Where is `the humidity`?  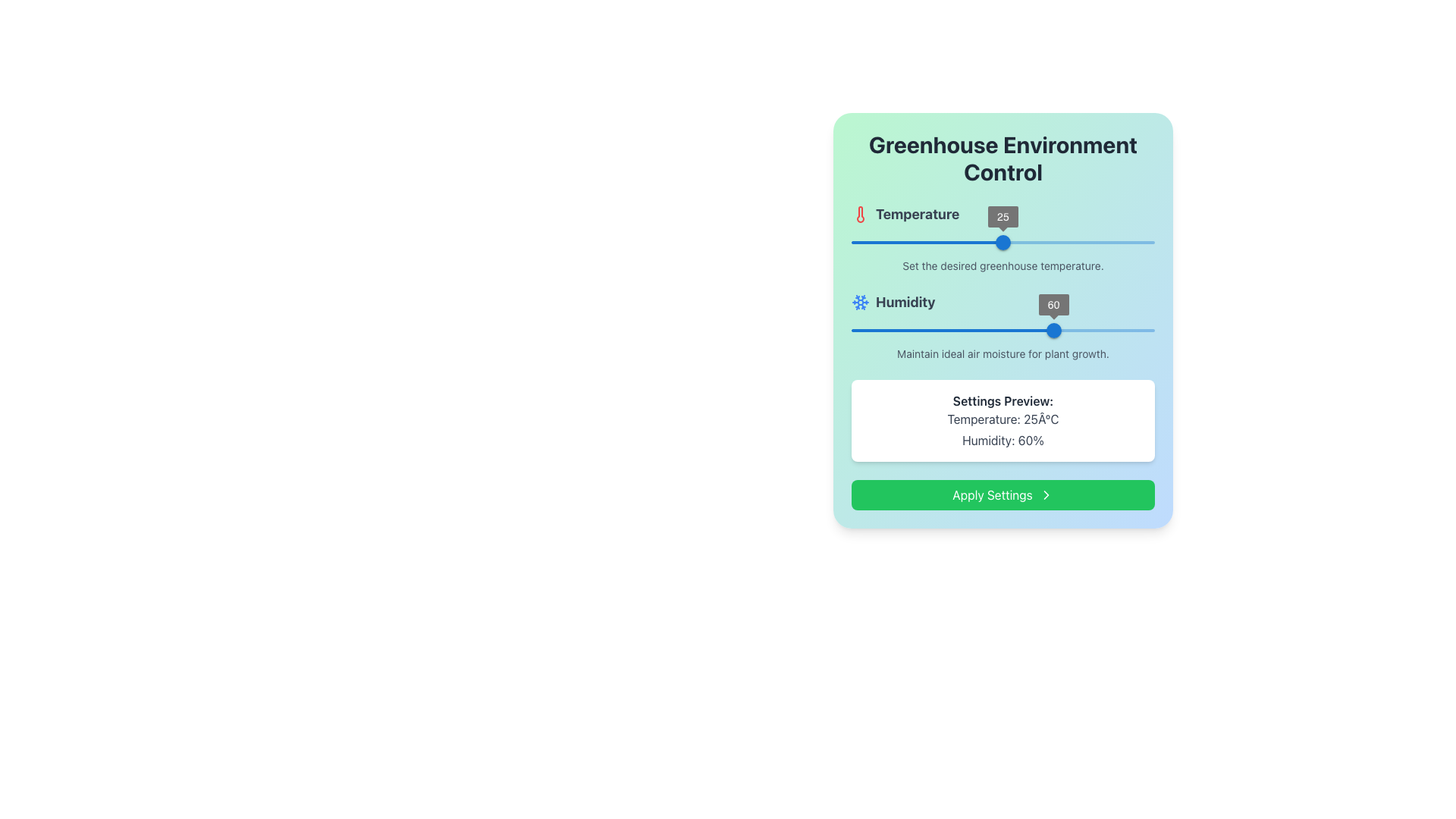
the humidity is located at coordinates (945, 329).